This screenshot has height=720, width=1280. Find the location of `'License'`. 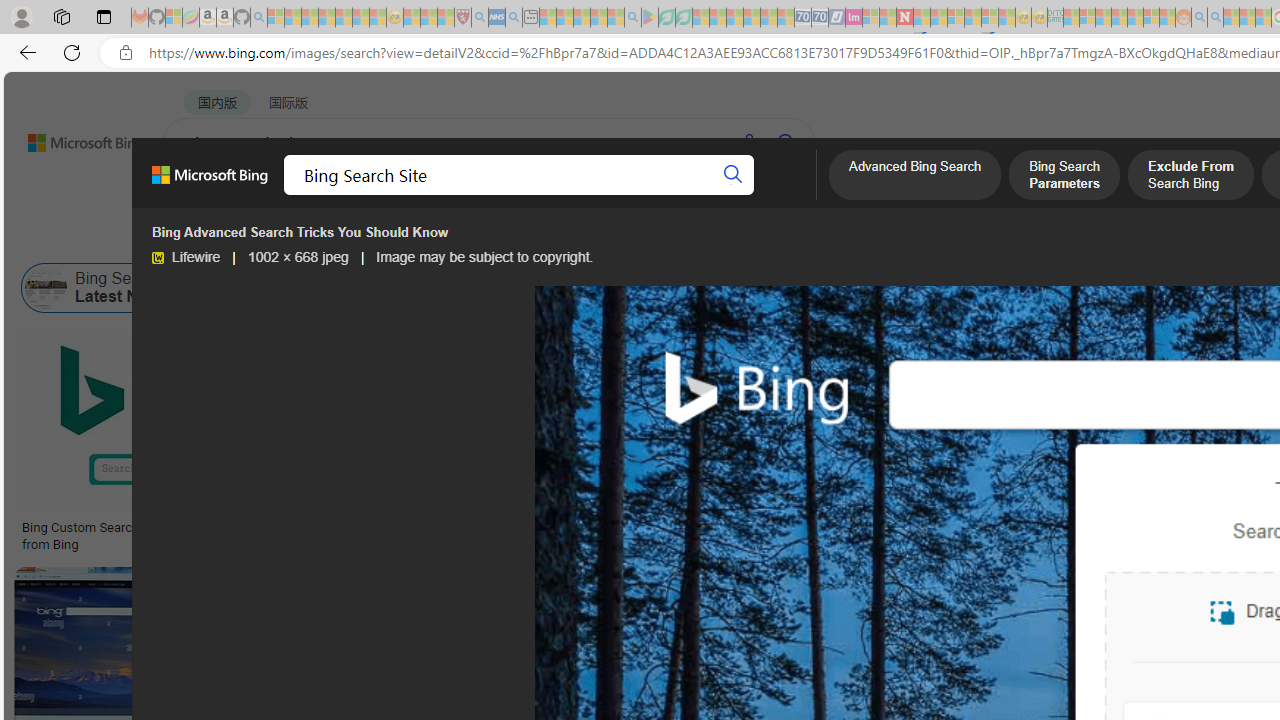

'License' is located at coordinates (664, 236).